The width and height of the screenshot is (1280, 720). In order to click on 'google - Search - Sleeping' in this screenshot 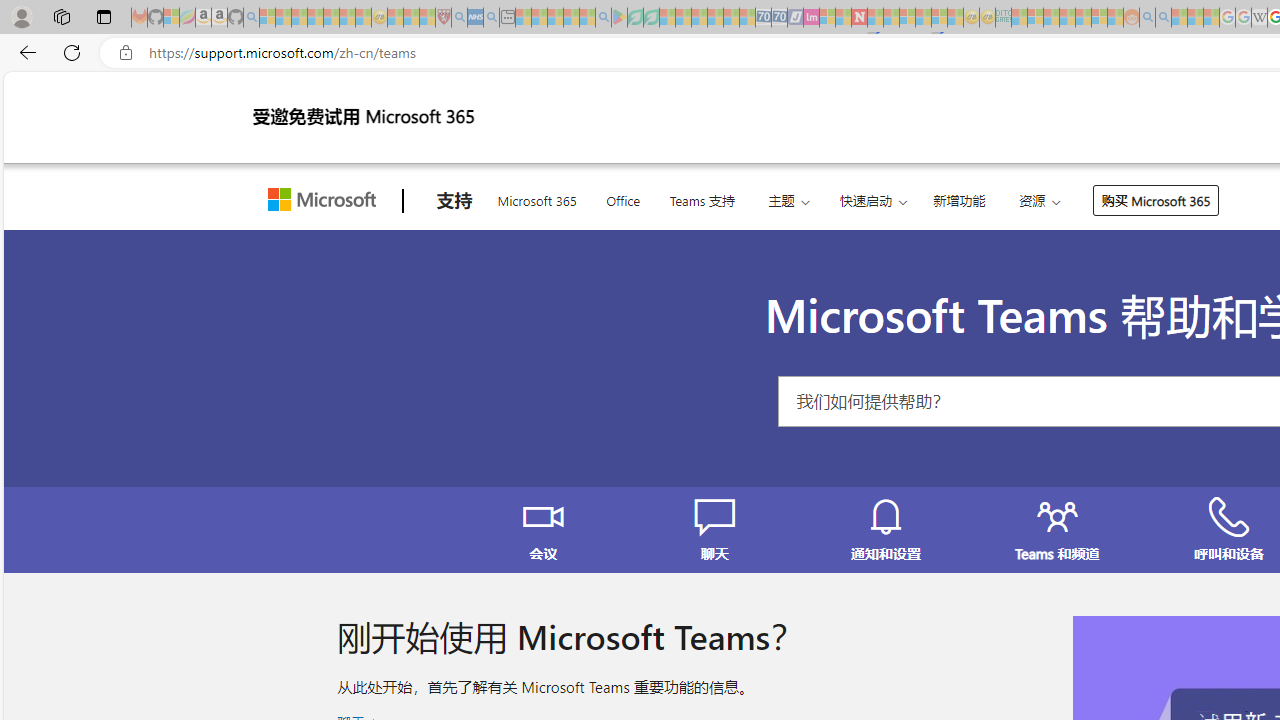, I will do `click(602, 17)`.